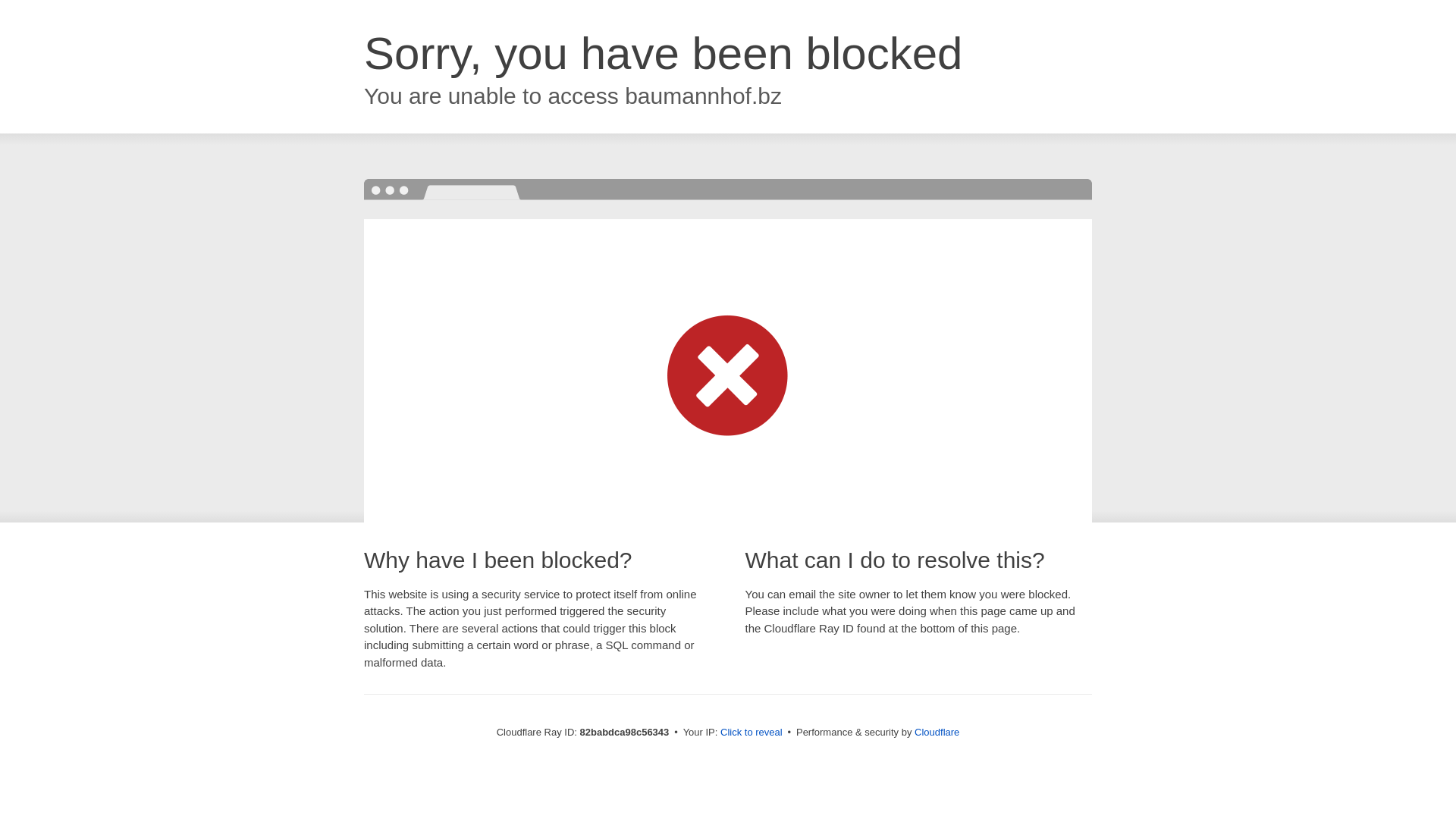 The width and height of the screenshot is (1456, 819). I want to click on 'Click to reveal', so click(751, 731).